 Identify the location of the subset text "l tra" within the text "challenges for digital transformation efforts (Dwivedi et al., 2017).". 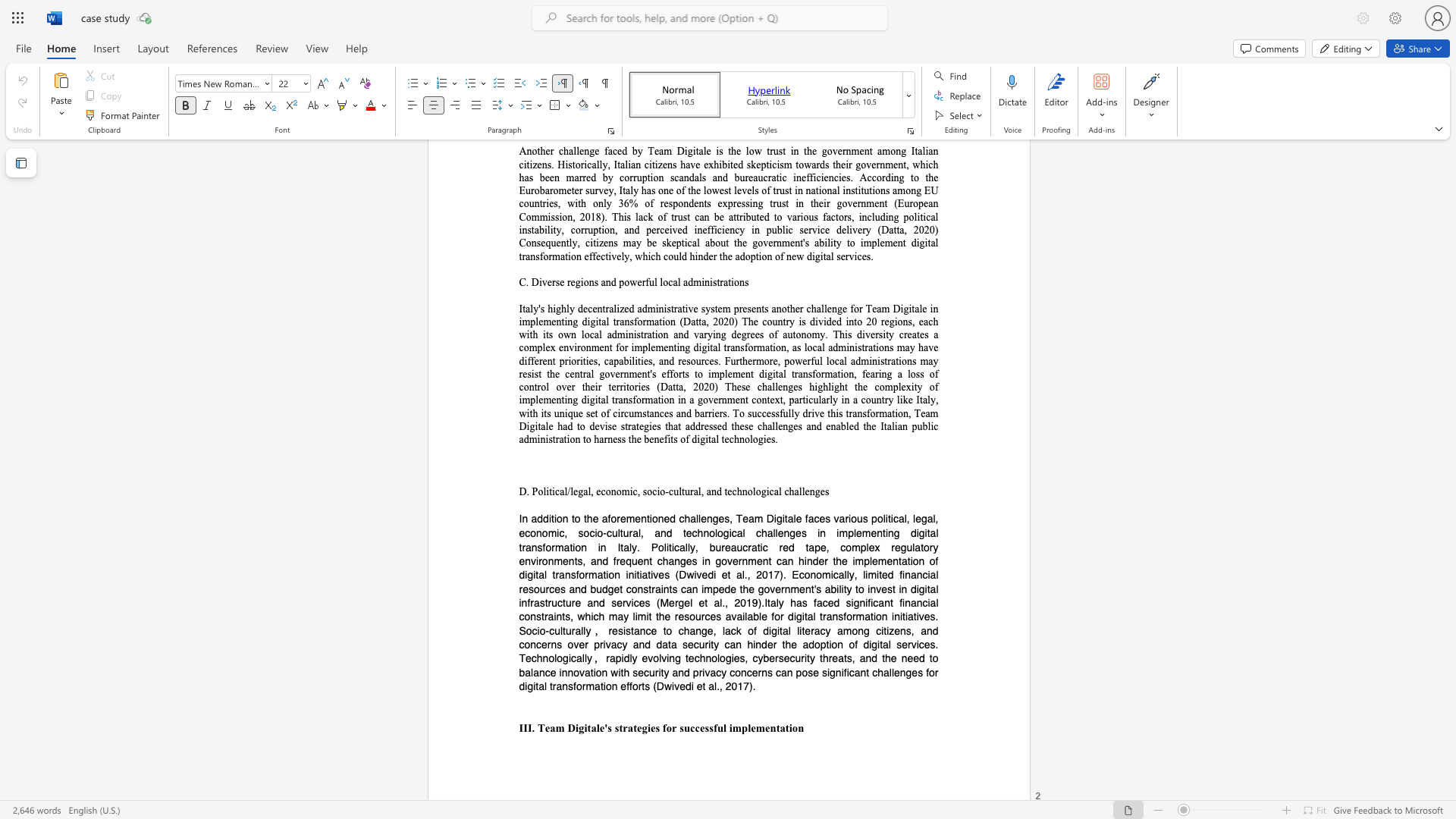
(544, 686).